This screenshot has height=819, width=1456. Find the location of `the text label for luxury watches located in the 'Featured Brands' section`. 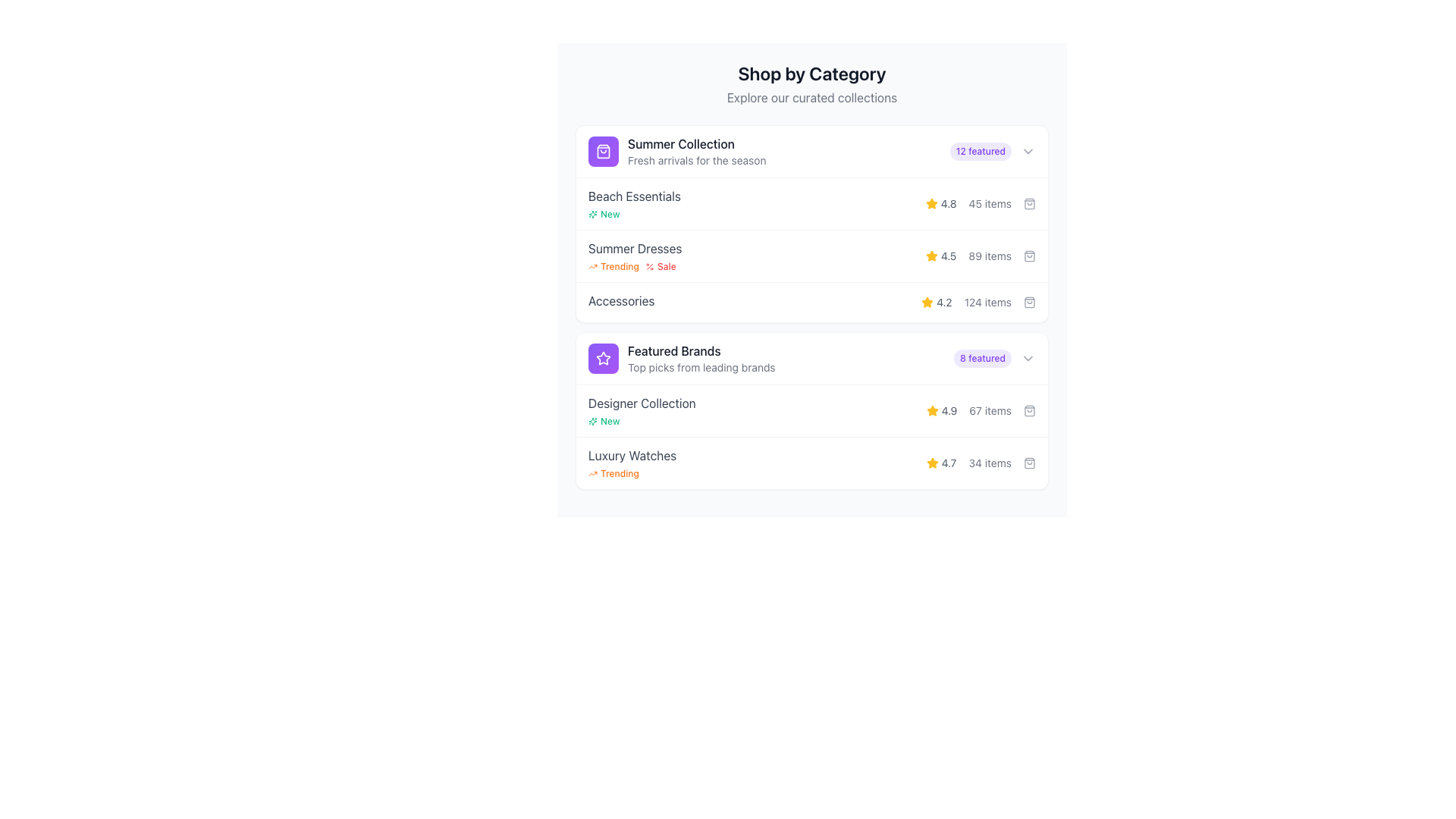

the text label for luxury watches located in the 'Featured Brands' section is located at coordinates (632, 455).